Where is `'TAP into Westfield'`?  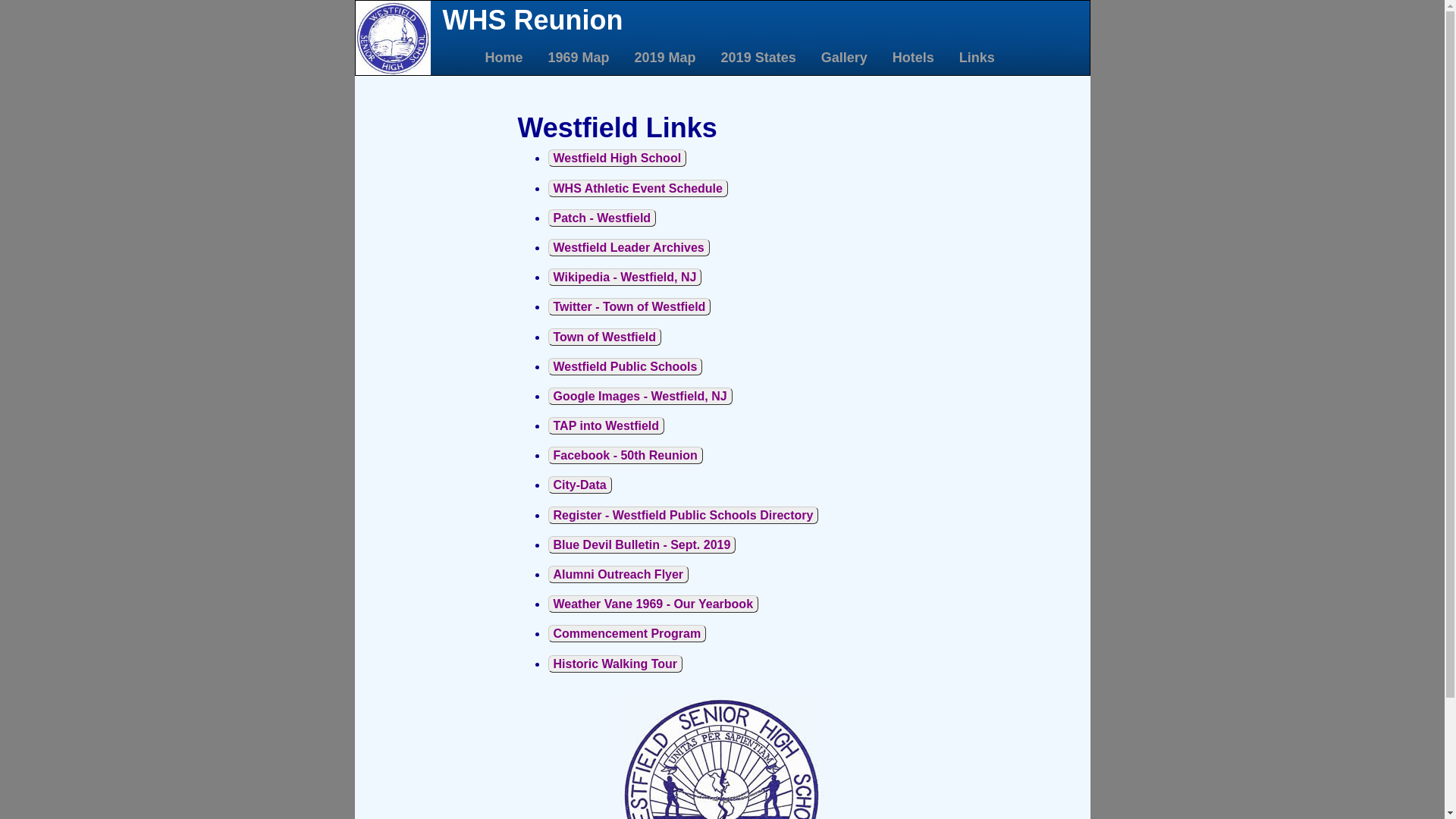
'TAP into Westfield' is located at coordinates (604, 425).